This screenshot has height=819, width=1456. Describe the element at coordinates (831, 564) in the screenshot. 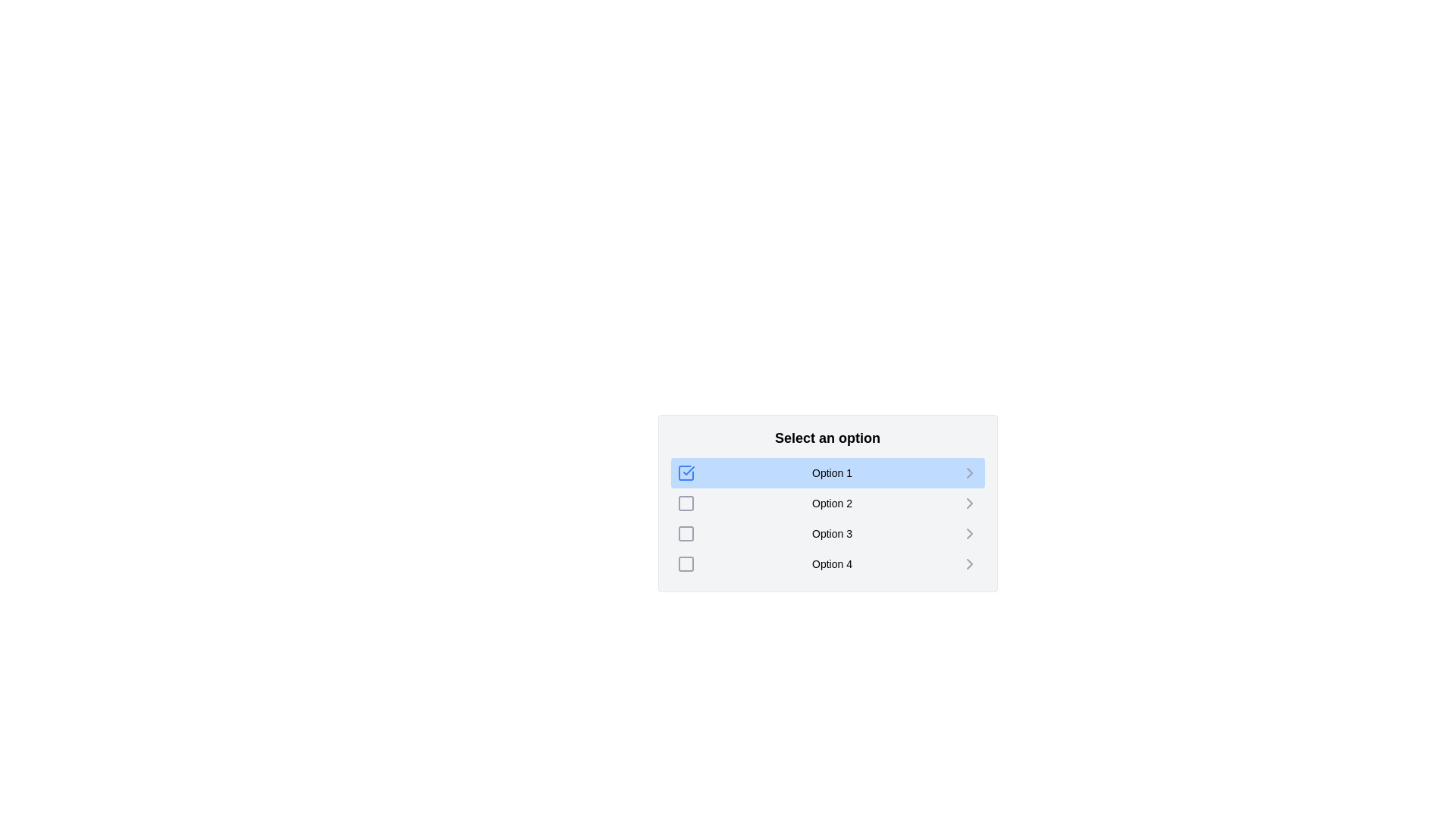

I see `the text label reading 'Option 4' which is aligned to the left of an icon indicating further options and located in the fourth row under the header 'Select an option'` at that location.